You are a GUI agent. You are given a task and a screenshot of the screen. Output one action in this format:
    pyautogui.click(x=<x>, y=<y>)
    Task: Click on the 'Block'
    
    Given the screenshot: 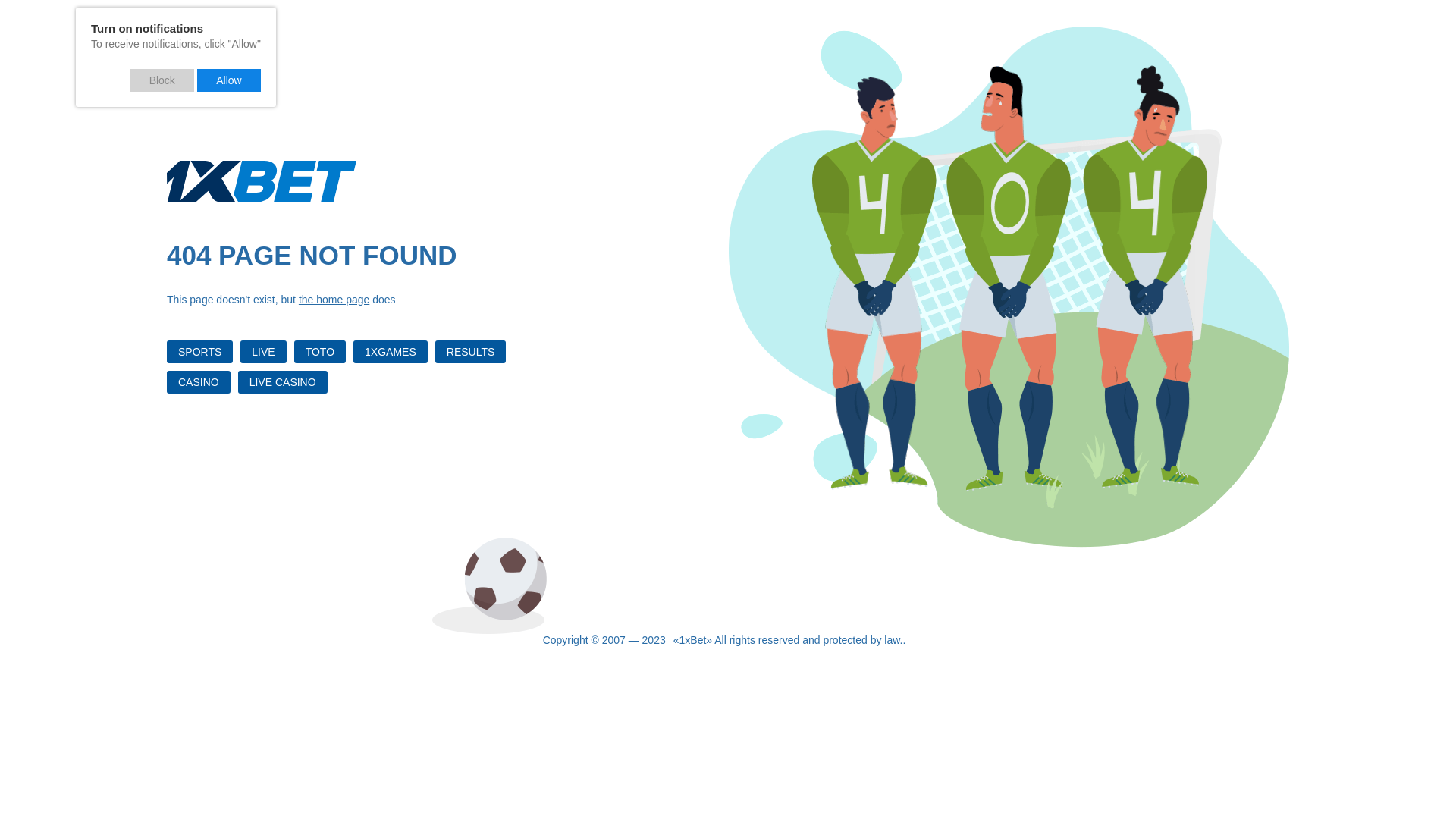 What is the action you would take?
    pyautogui.click(x=162, y=80)
    